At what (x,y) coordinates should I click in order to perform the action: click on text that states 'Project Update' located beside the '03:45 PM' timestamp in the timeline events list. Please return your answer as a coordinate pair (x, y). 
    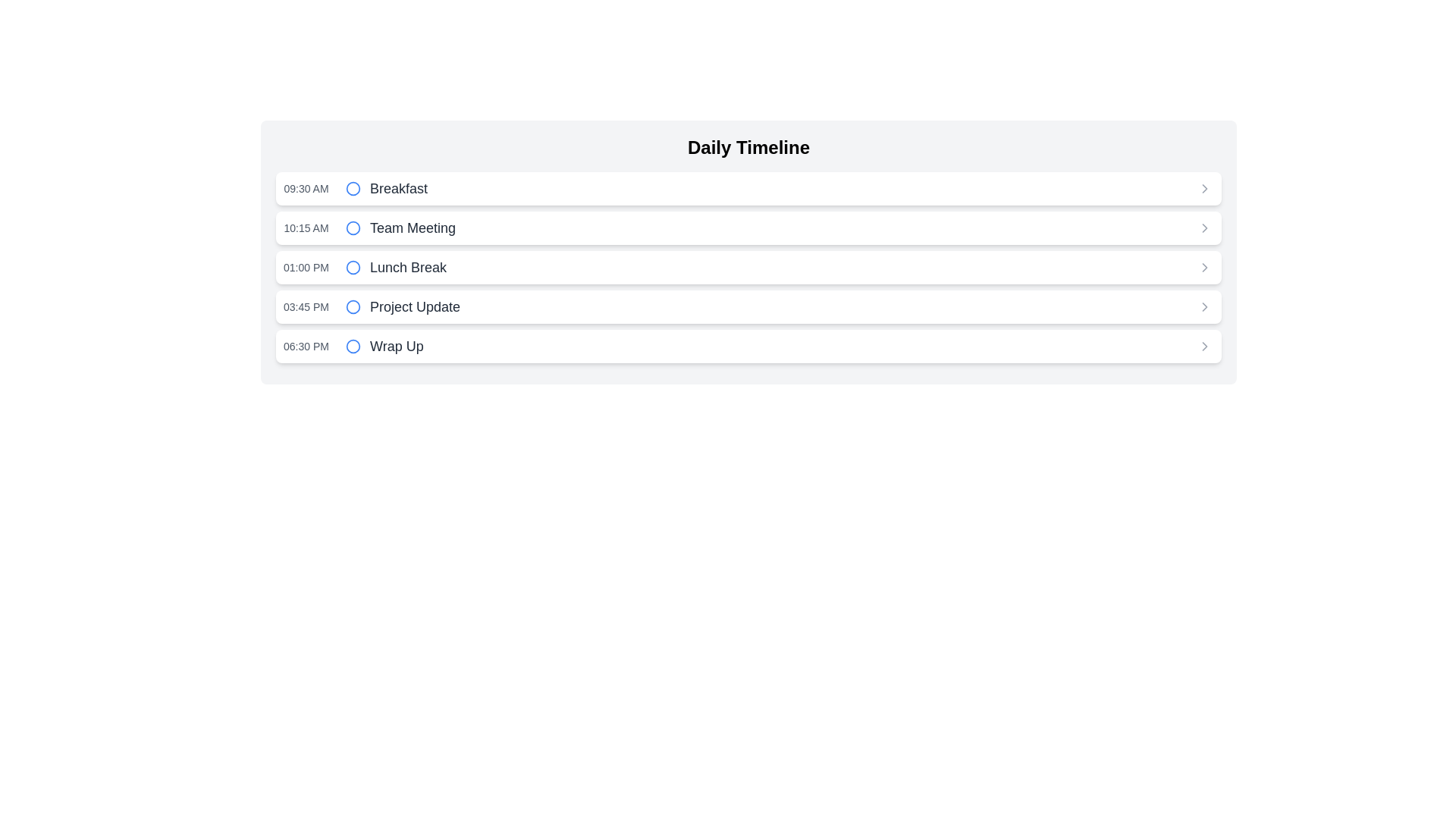
    Looking at the image, I should click on (415, 307).